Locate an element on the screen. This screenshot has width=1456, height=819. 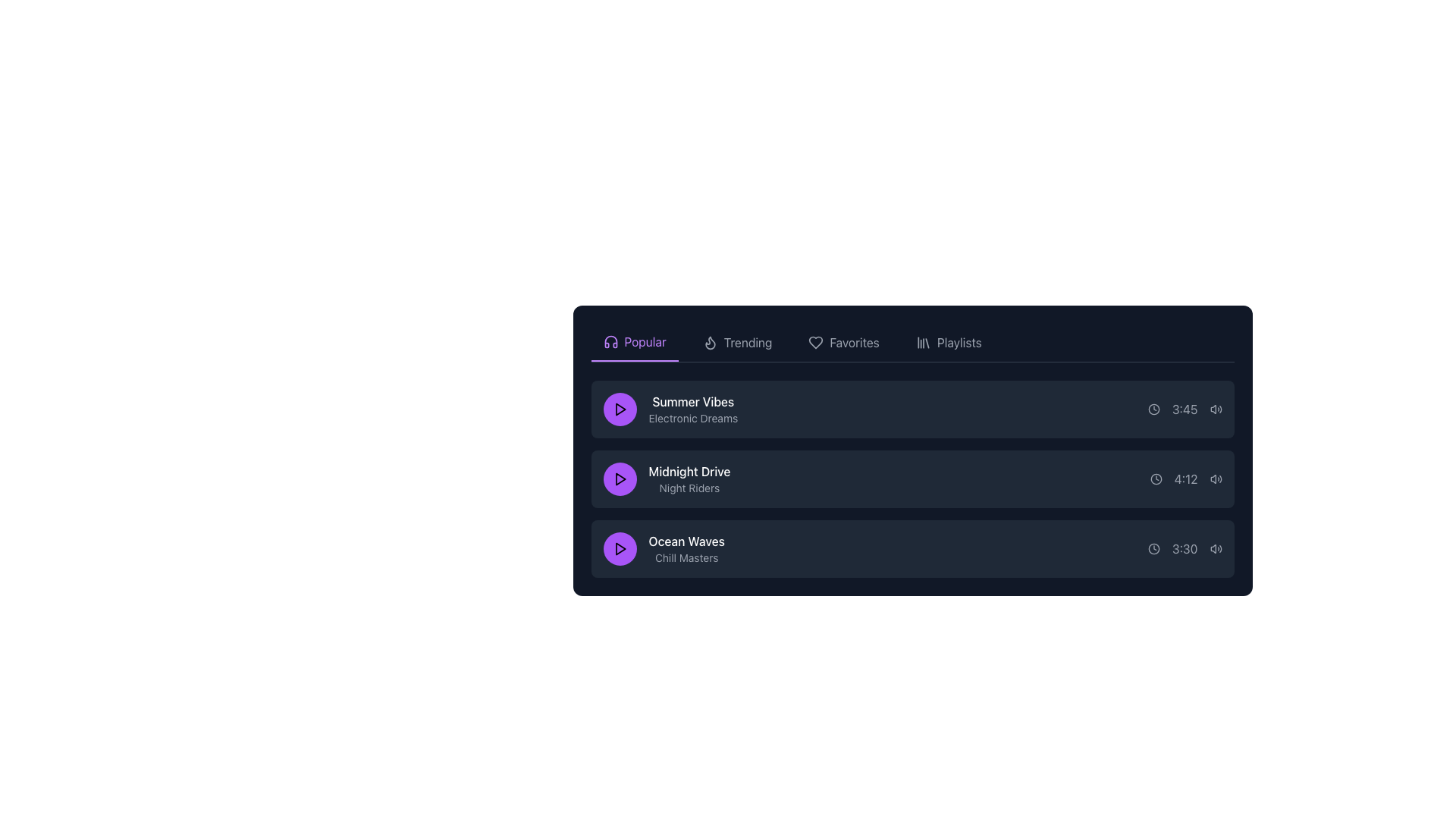
the media item label displaying 'Summer Vibes' and 'Electronic Dreams' is located at coordinates (670, 409).